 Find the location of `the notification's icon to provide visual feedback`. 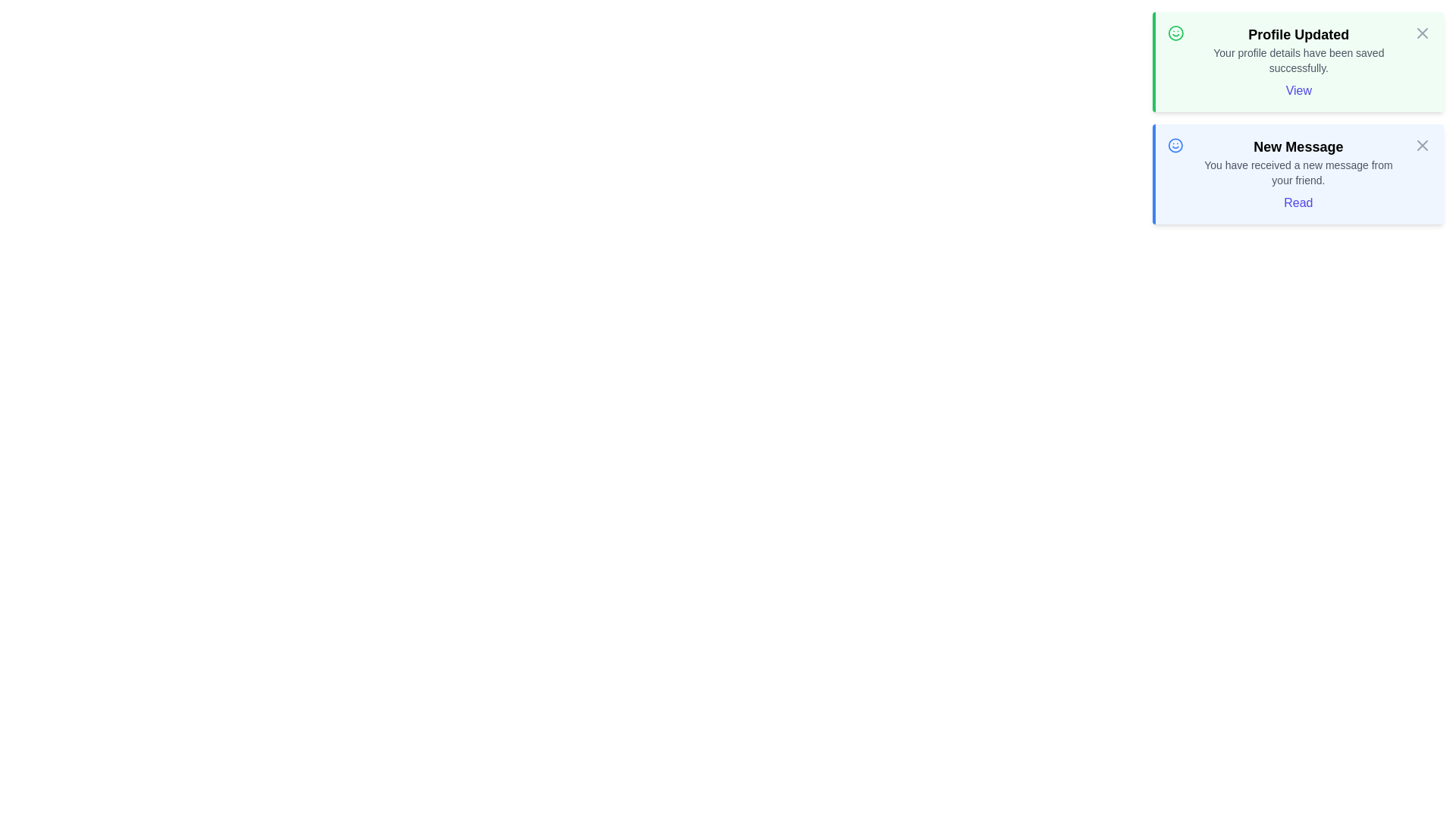

the notification's icon to provide visual feedback is located at coordinates (1175, 33).